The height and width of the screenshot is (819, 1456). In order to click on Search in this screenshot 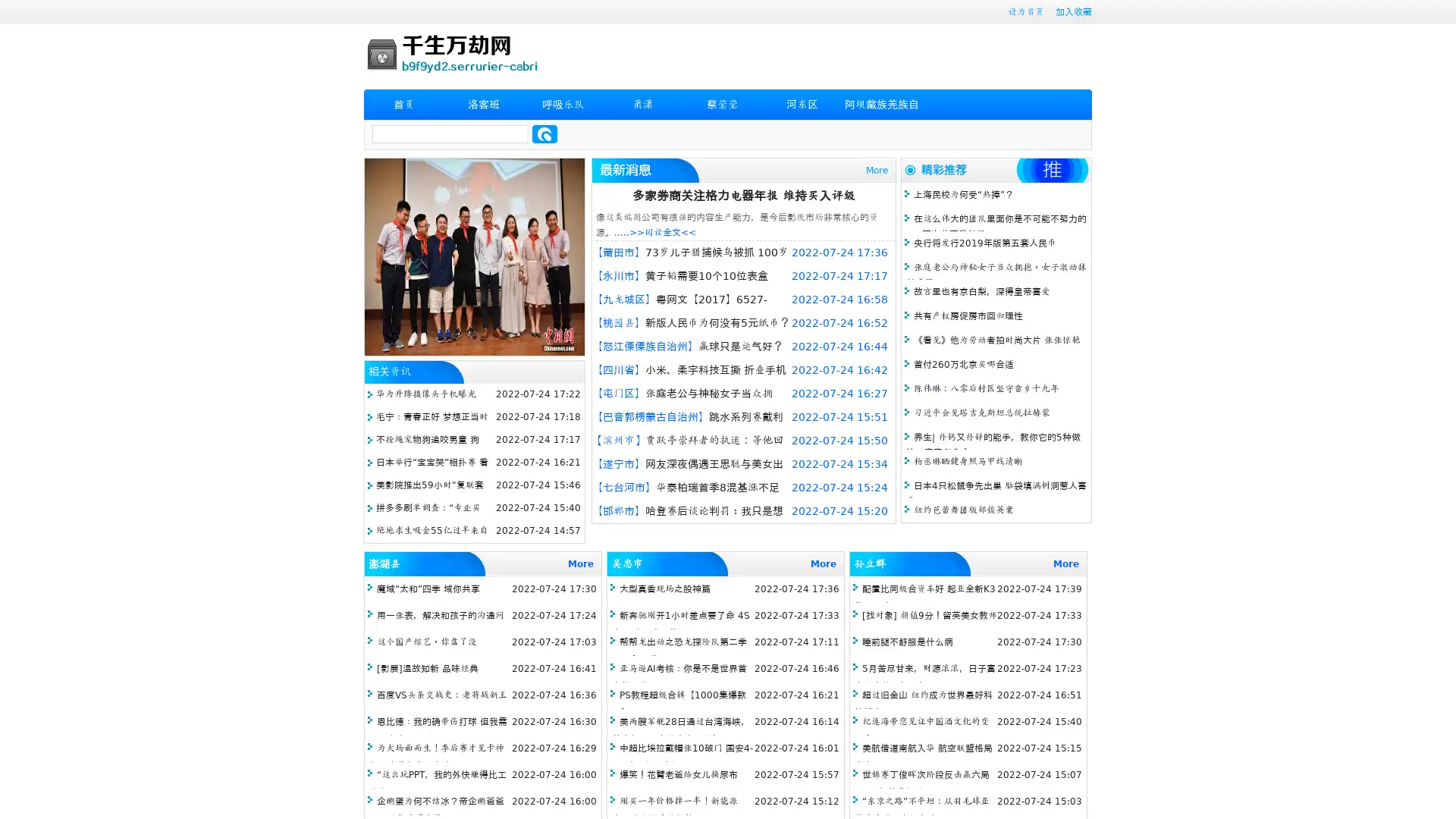, I will do `click(544, 133)`.